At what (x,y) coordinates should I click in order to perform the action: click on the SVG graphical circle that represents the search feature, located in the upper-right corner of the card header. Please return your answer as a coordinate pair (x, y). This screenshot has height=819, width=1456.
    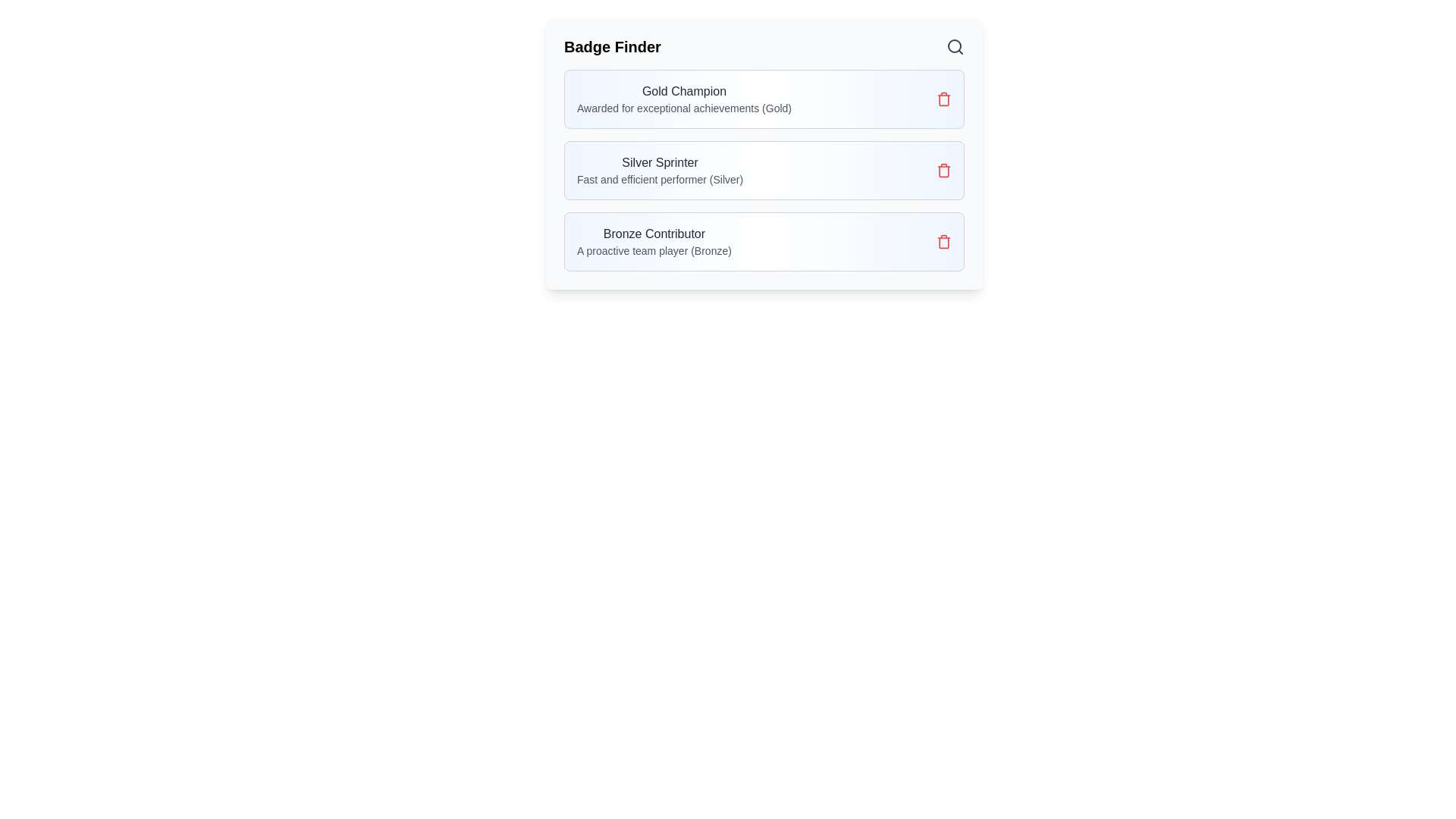
    Looking at the image, I should click on (953, 45).